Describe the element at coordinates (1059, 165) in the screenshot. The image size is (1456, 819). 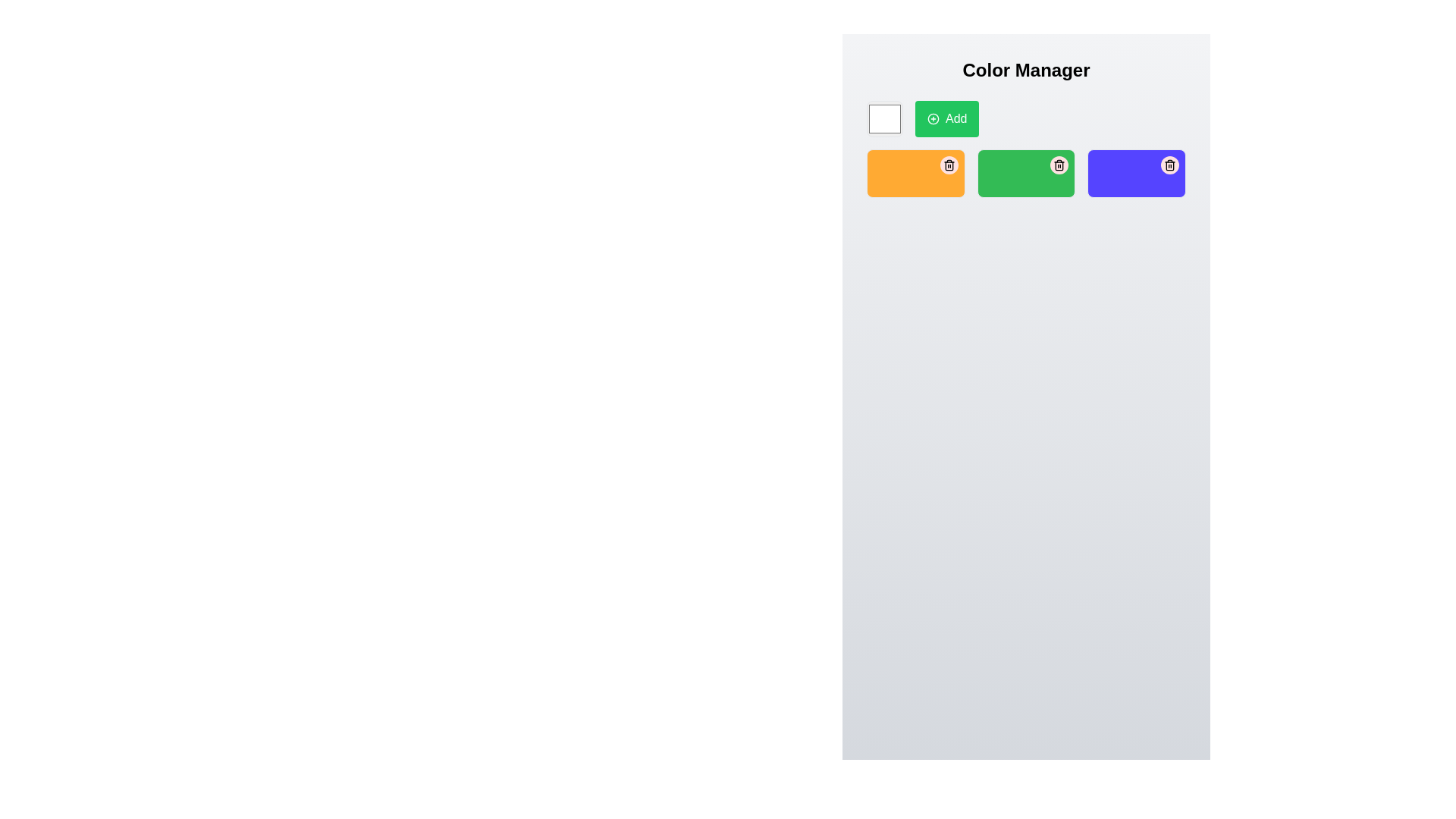
I see `the trashcan icon button located in the top-right corner of the green card` at that location.